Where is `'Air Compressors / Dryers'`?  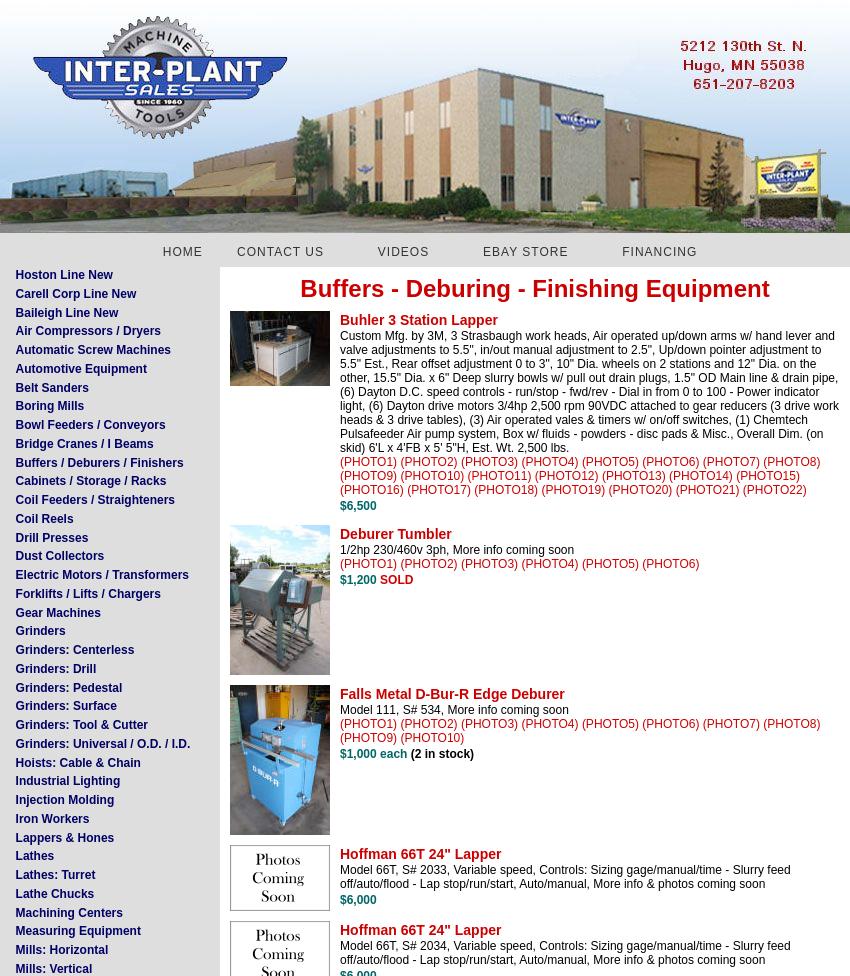
'Air Compressors / Dryers' is located at coordinates (86, 330).